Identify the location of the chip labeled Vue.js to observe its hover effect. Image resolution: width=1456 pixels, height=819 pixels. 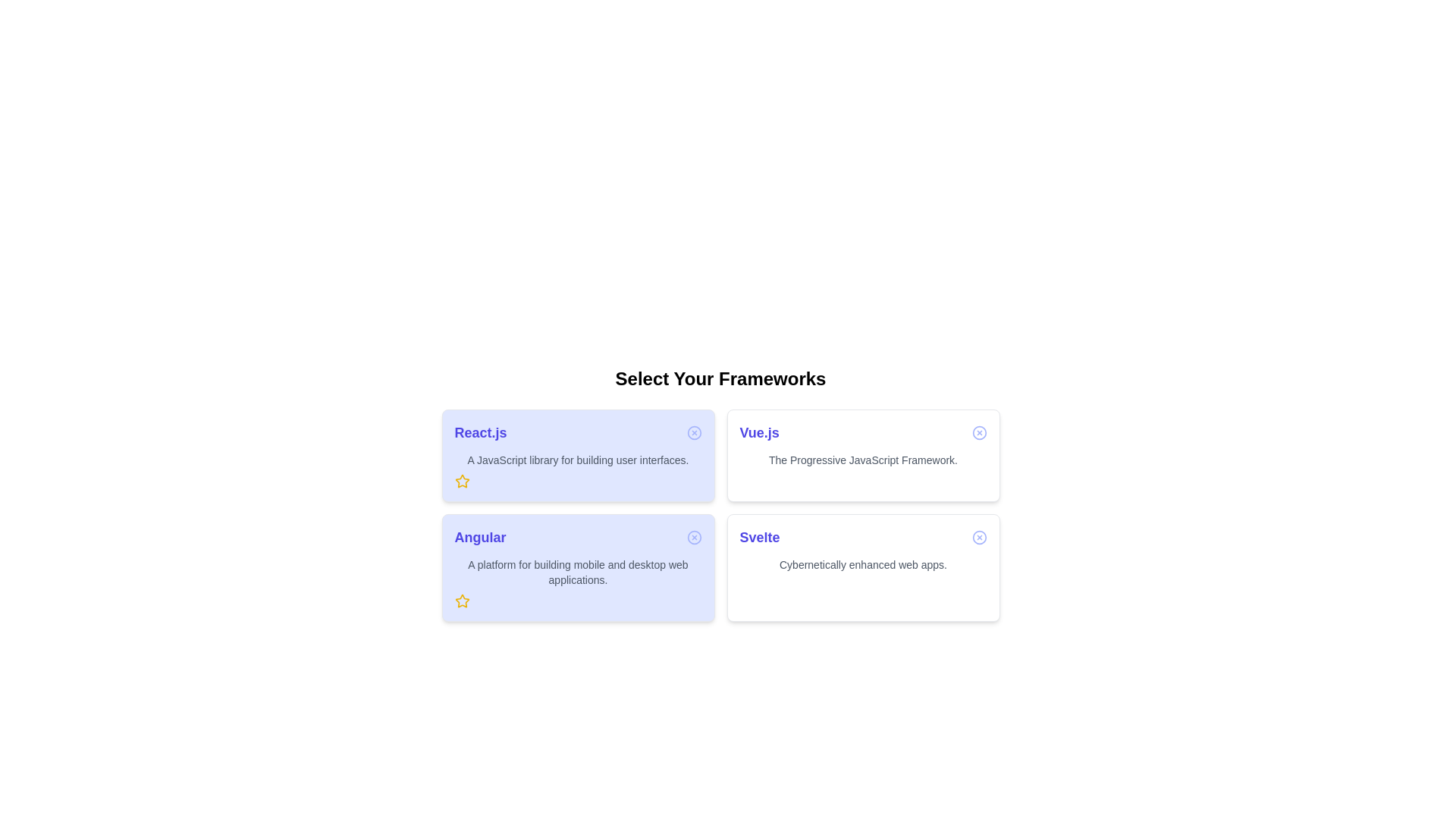
(863, 455).